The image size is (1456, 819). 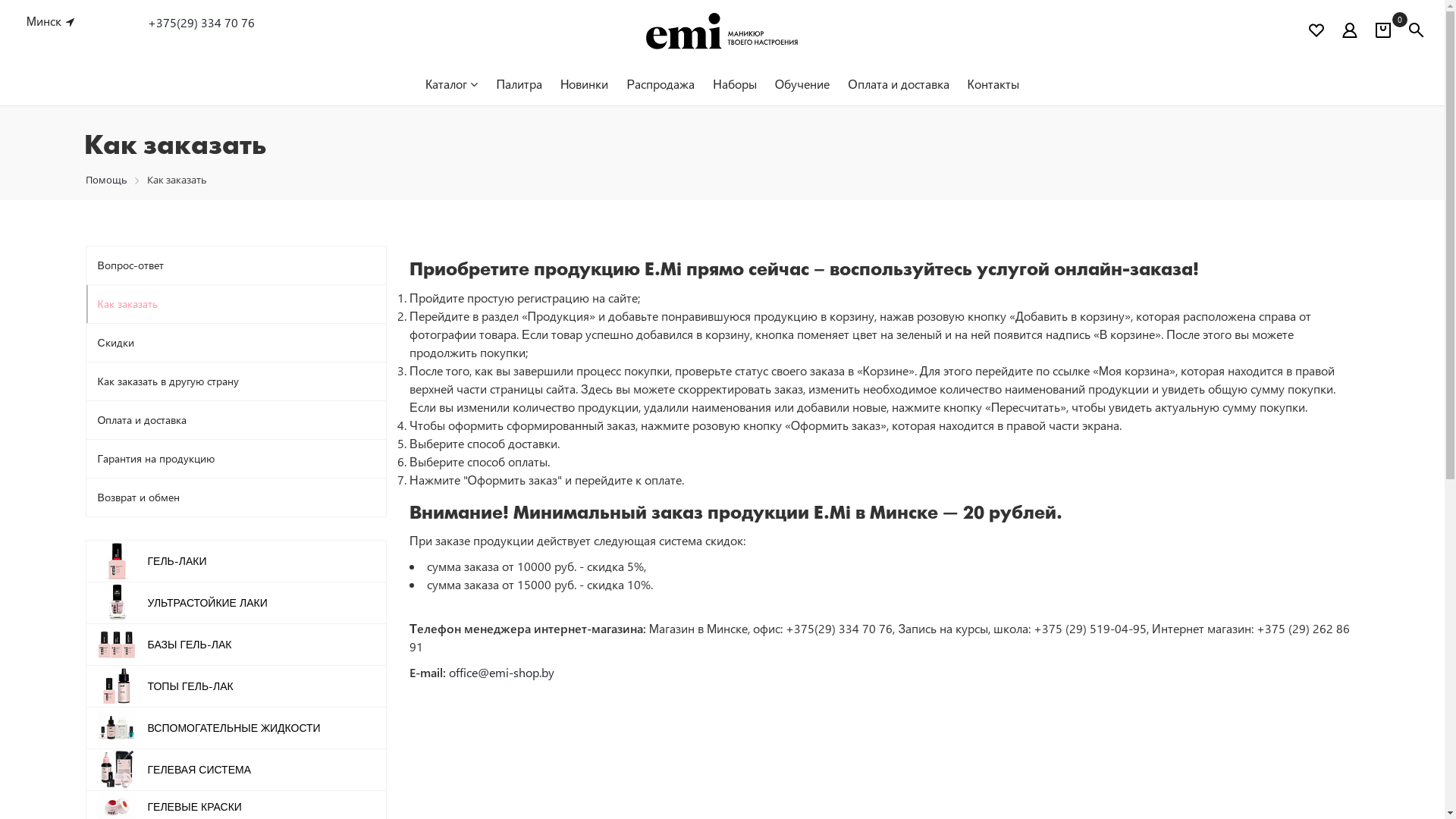 What do you see at coordinates (1383, 32) in the screenshot?
I see `'0'` at bounding box center [1383, 32].